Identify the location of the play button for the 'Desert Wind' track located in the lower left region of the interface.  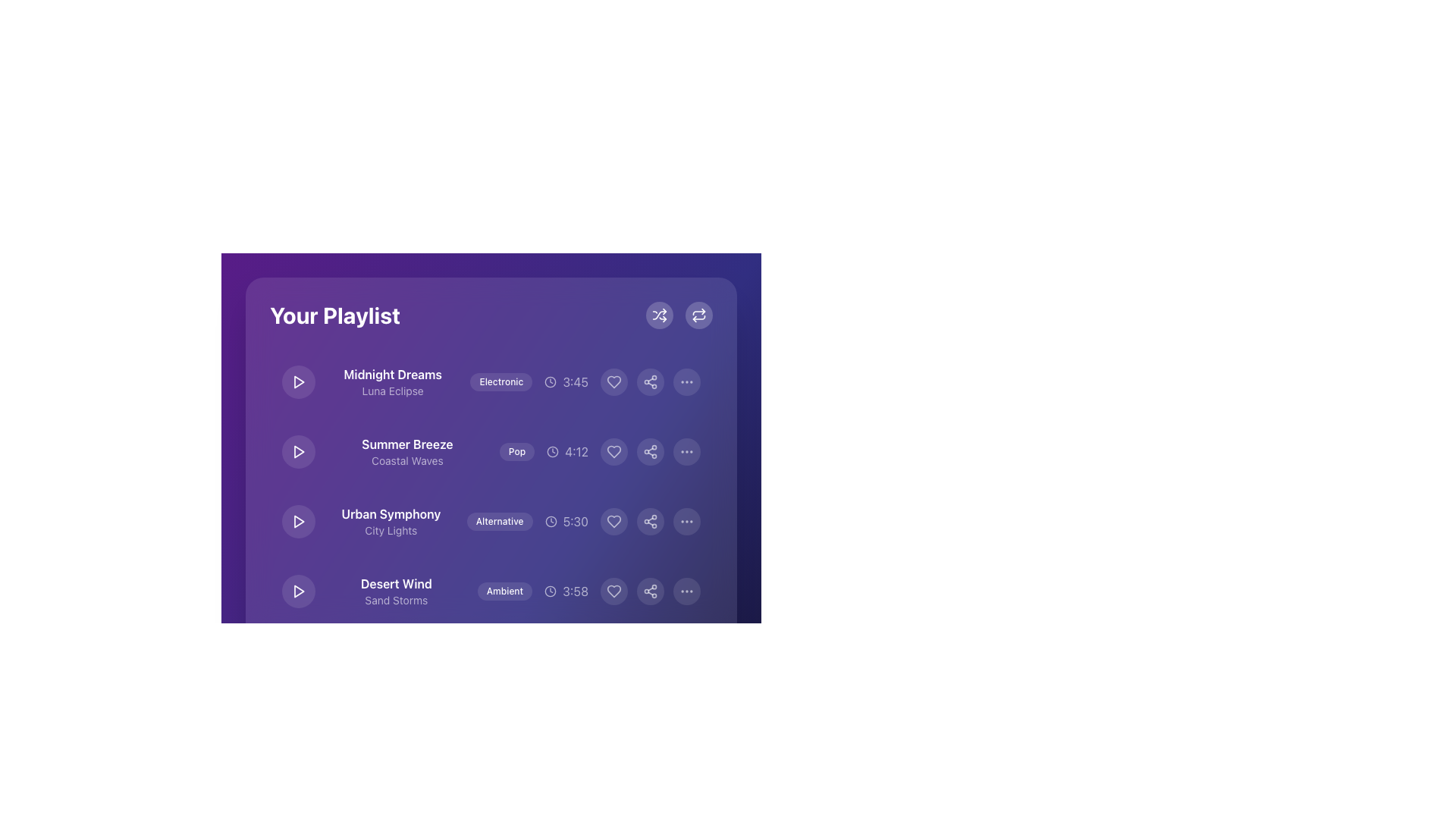
(299, 590).